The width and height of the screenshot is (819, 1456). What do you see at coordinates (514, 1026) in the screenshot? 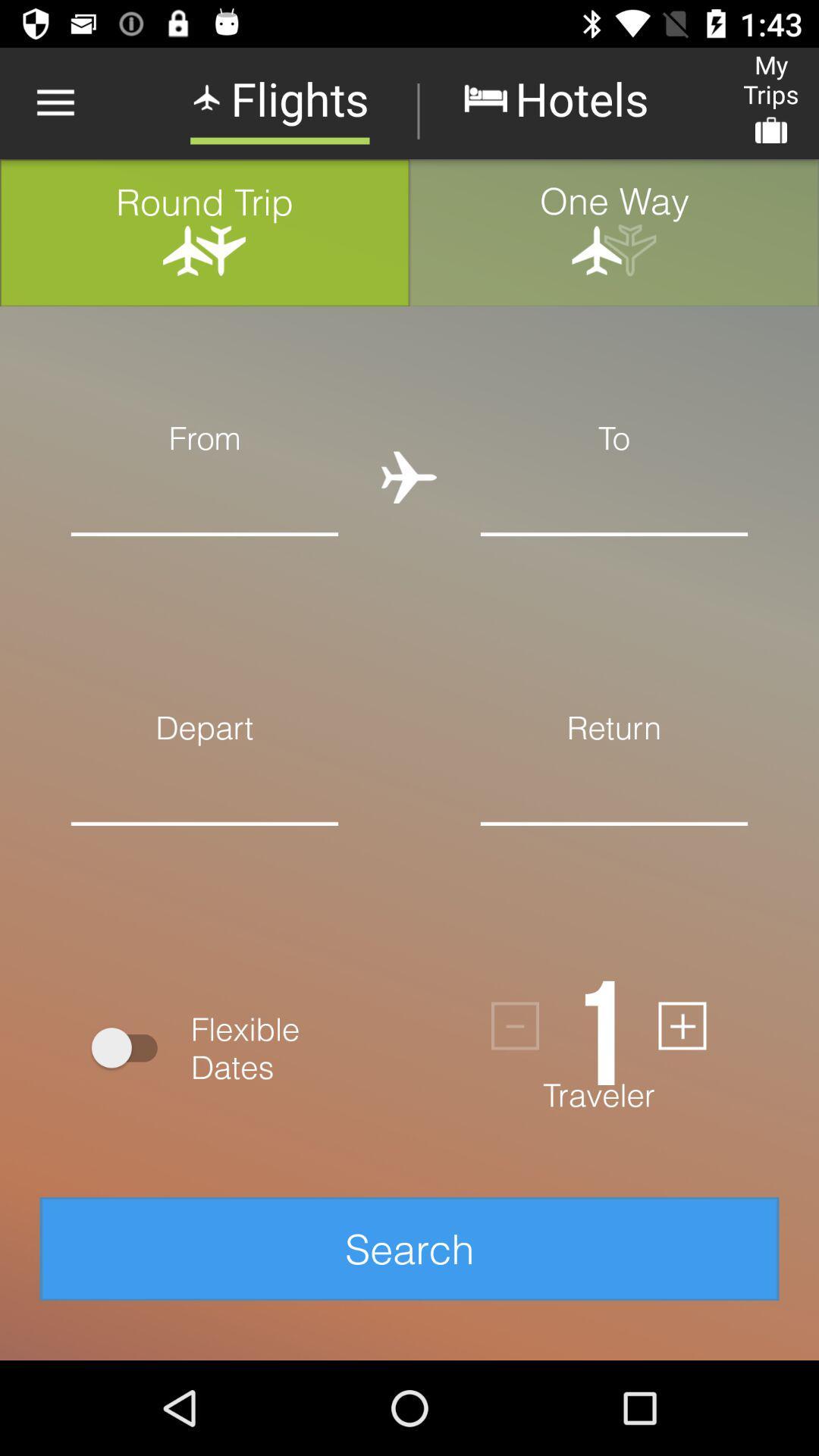
I see `subtract a traveler` at bounding box center [514, 1026].